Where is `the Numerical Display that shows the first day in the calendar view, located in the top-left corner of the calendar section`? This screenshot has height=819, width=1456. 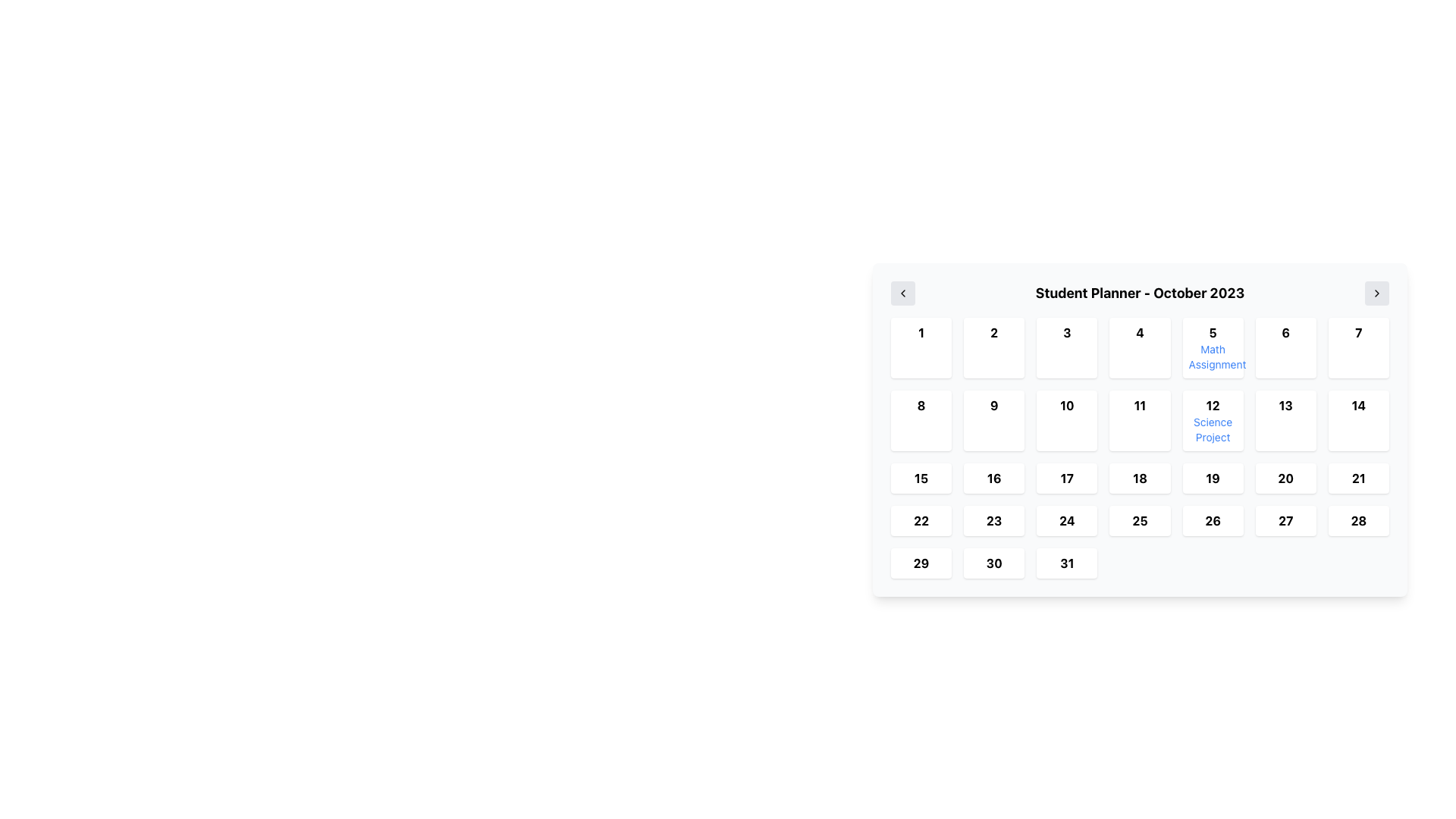 the Numerical Display that shows the first day in the calendar view, located in the top-left corner of the calendar section is located at coordinates (920, 332).